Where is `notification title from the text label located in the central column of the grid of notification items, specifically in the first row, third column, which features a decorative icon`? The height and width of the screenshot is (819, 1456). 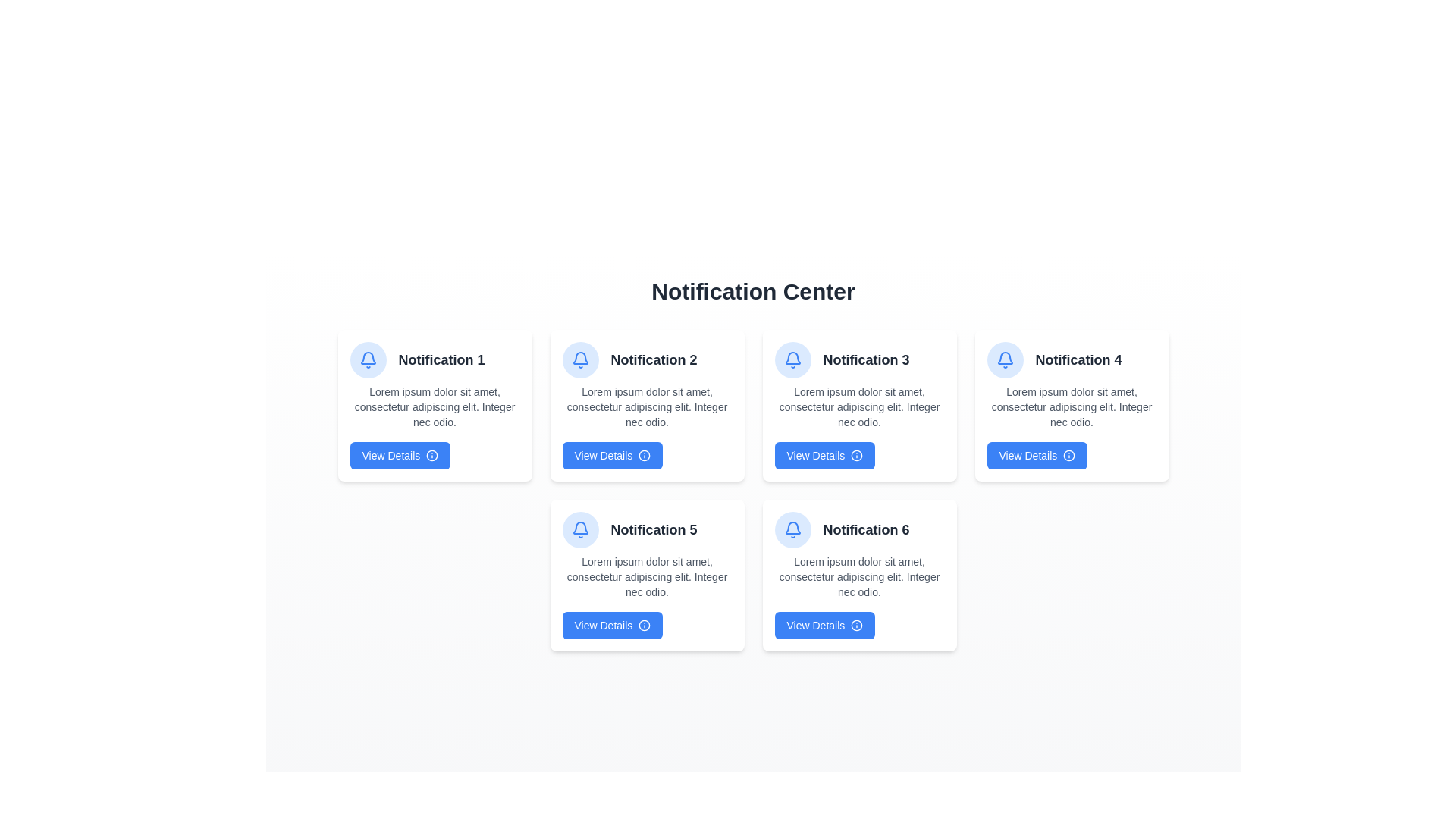
notification title from the text label located in the central column of the grid of notification items, specifically in the first row, third column, which features a decorative icon is located at coordinates (859, 359).